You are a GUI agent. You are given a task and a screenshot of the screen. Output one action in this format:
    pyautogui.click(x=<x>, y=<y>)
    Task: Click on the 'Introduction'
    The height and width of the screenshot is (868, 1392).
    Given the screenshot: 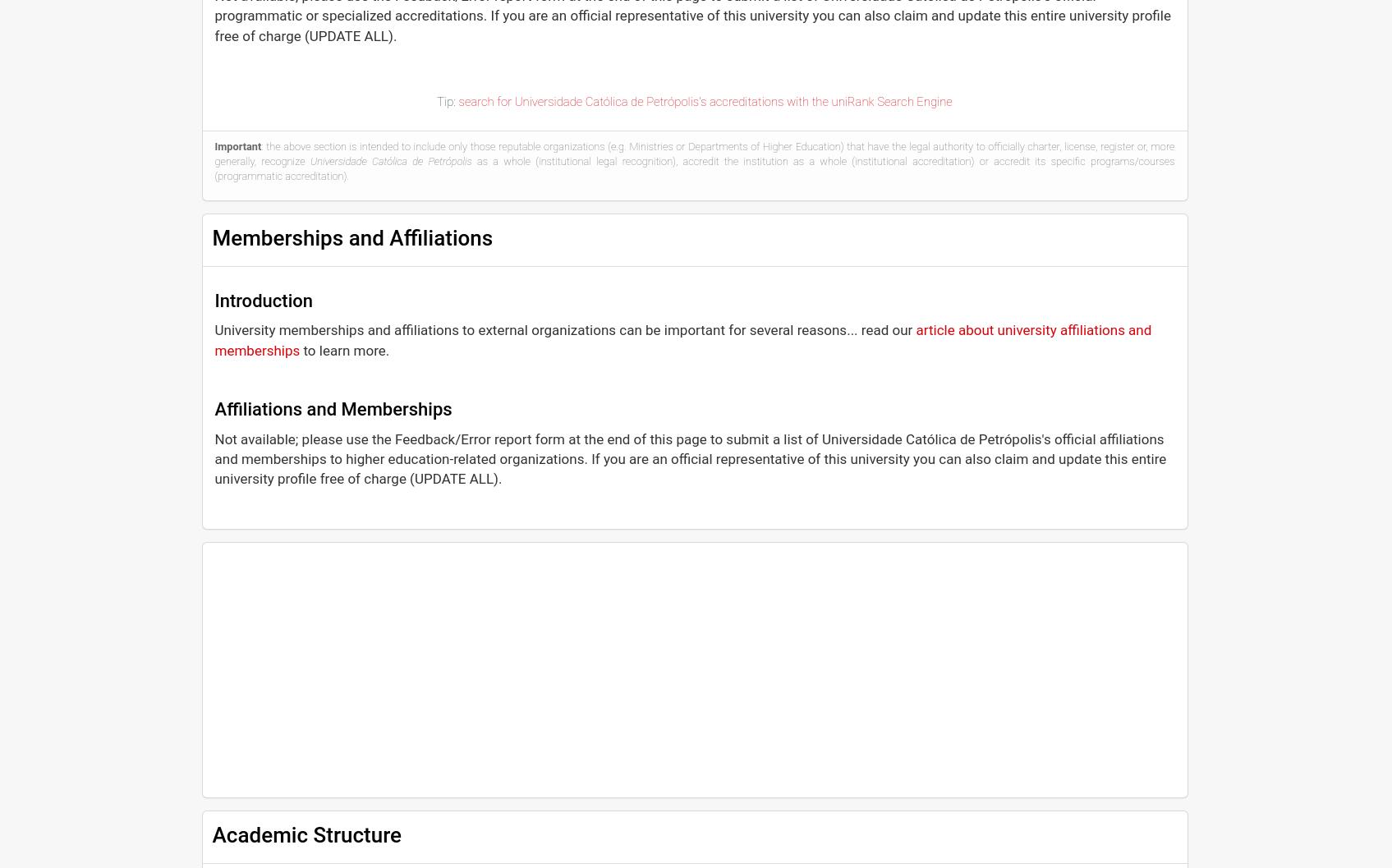 What is the action you would take?
    pyautogui.click(x=264, y=300)
    